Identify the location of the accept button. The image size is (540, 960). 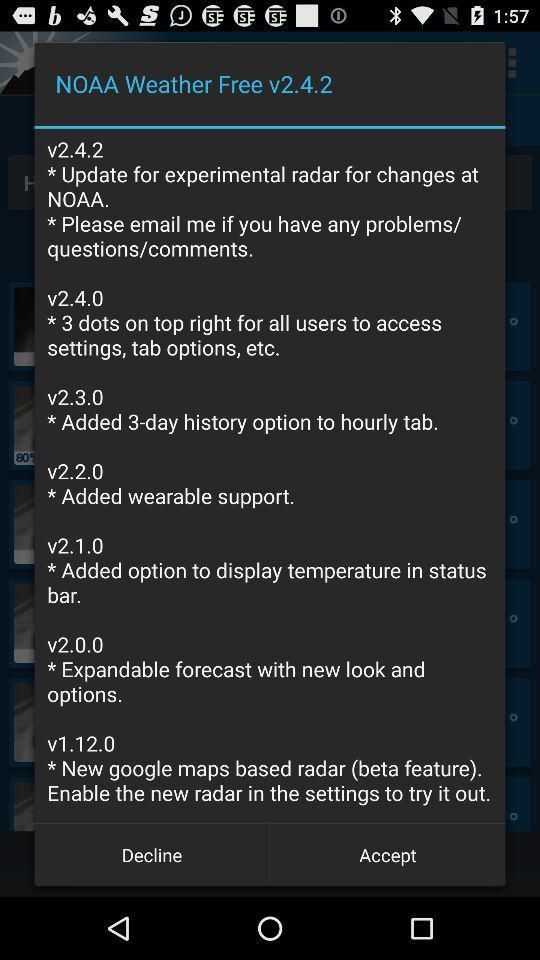
(387, 853).